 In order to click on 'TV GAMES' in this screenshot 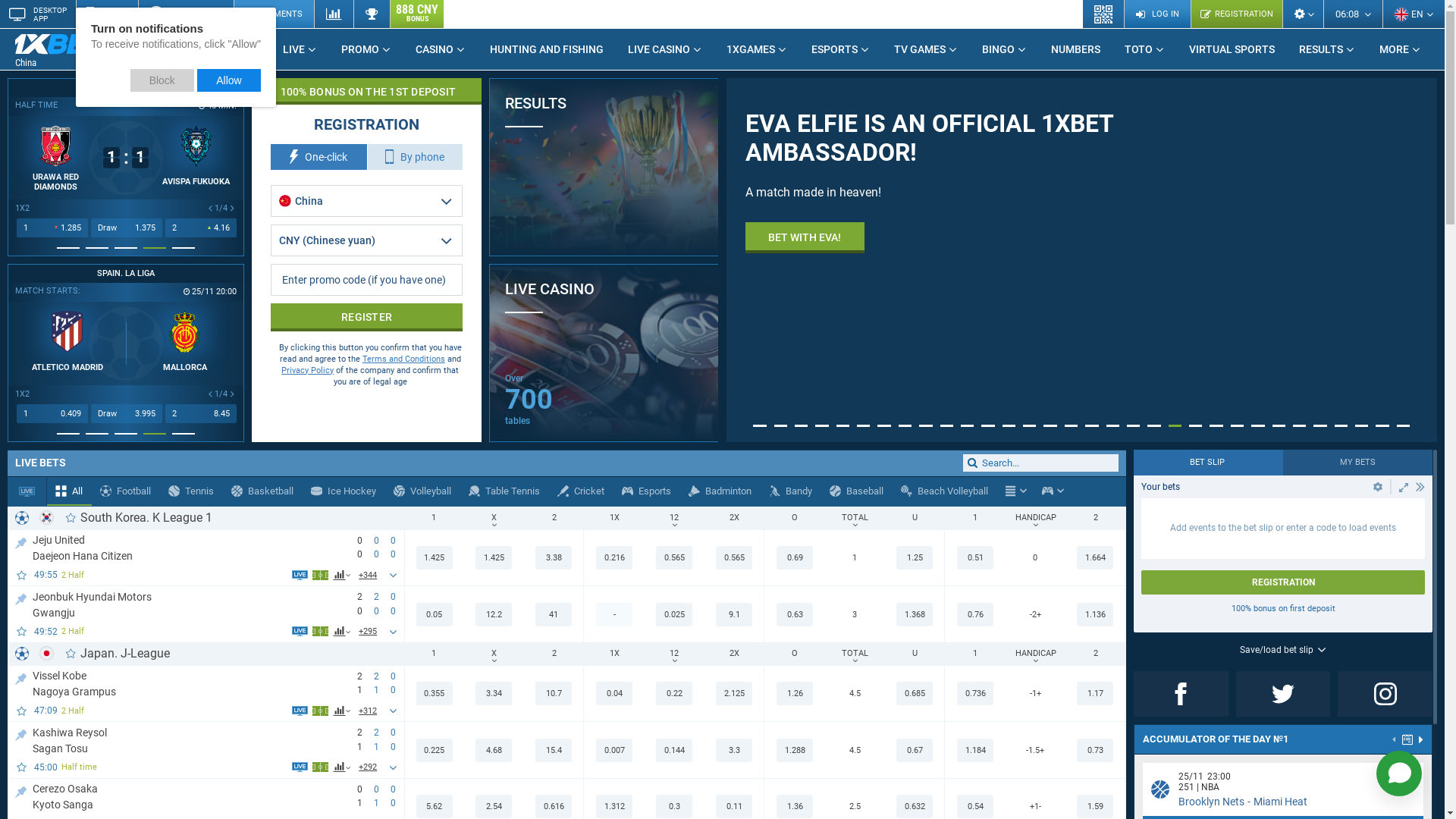, I will do `click(881, 49)`.